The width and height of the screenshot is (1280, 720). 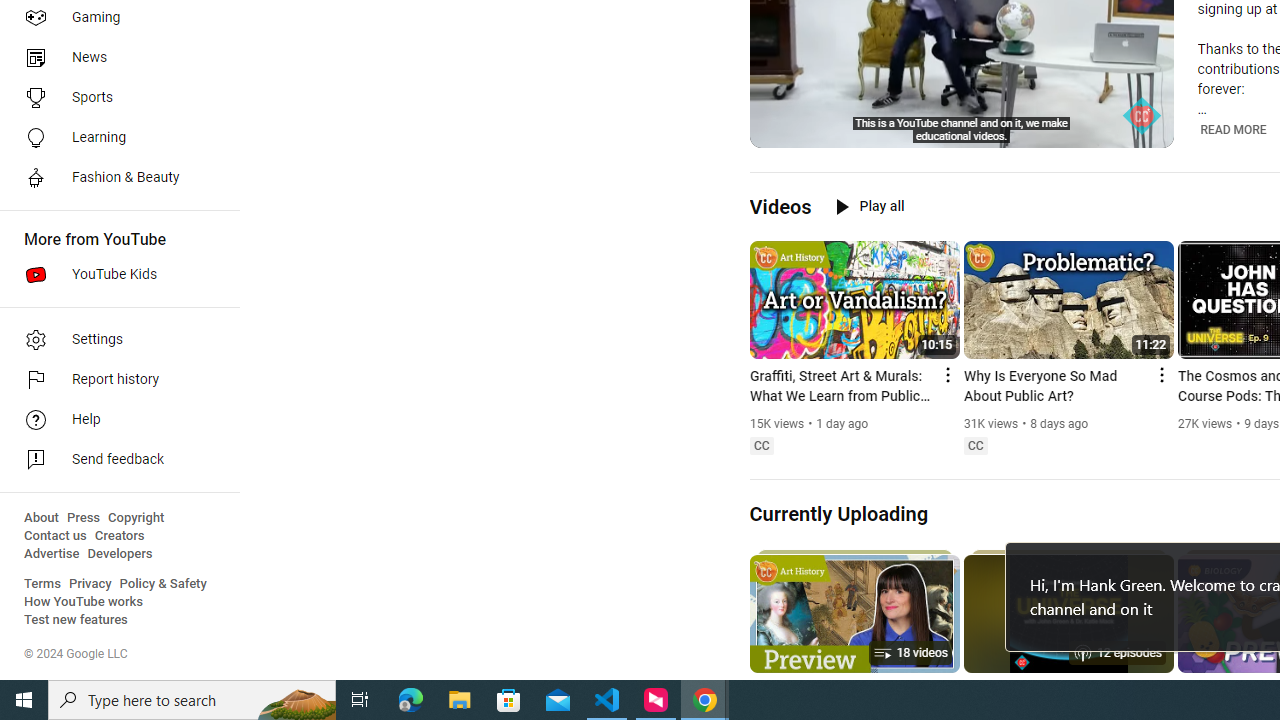 I want to click on 'Developers', so click(x=119, y=554).